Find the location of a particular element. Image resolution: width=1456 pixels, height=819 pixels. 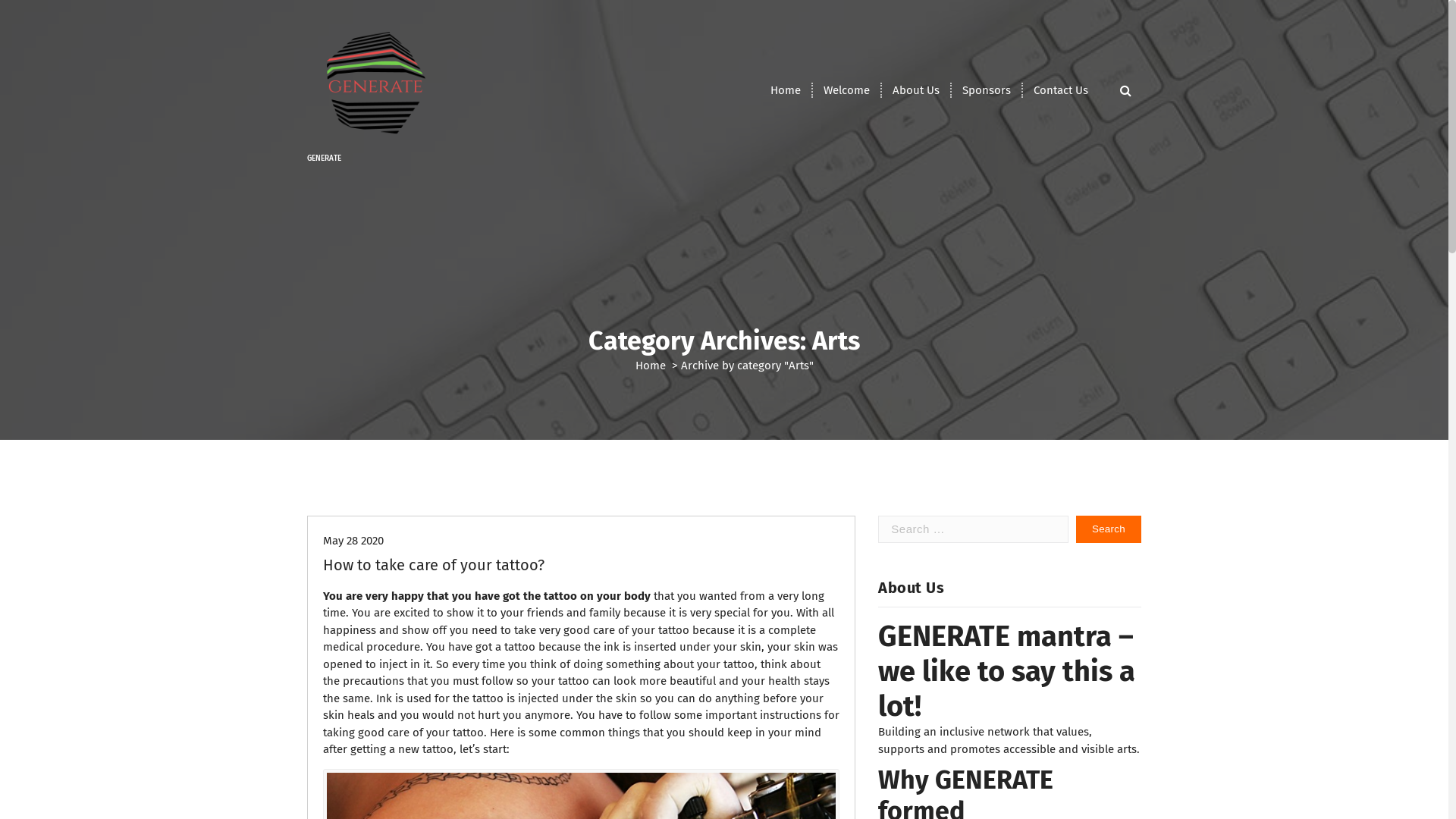

'How to take care of your tattoo?' is located at coordinates (432, 564).